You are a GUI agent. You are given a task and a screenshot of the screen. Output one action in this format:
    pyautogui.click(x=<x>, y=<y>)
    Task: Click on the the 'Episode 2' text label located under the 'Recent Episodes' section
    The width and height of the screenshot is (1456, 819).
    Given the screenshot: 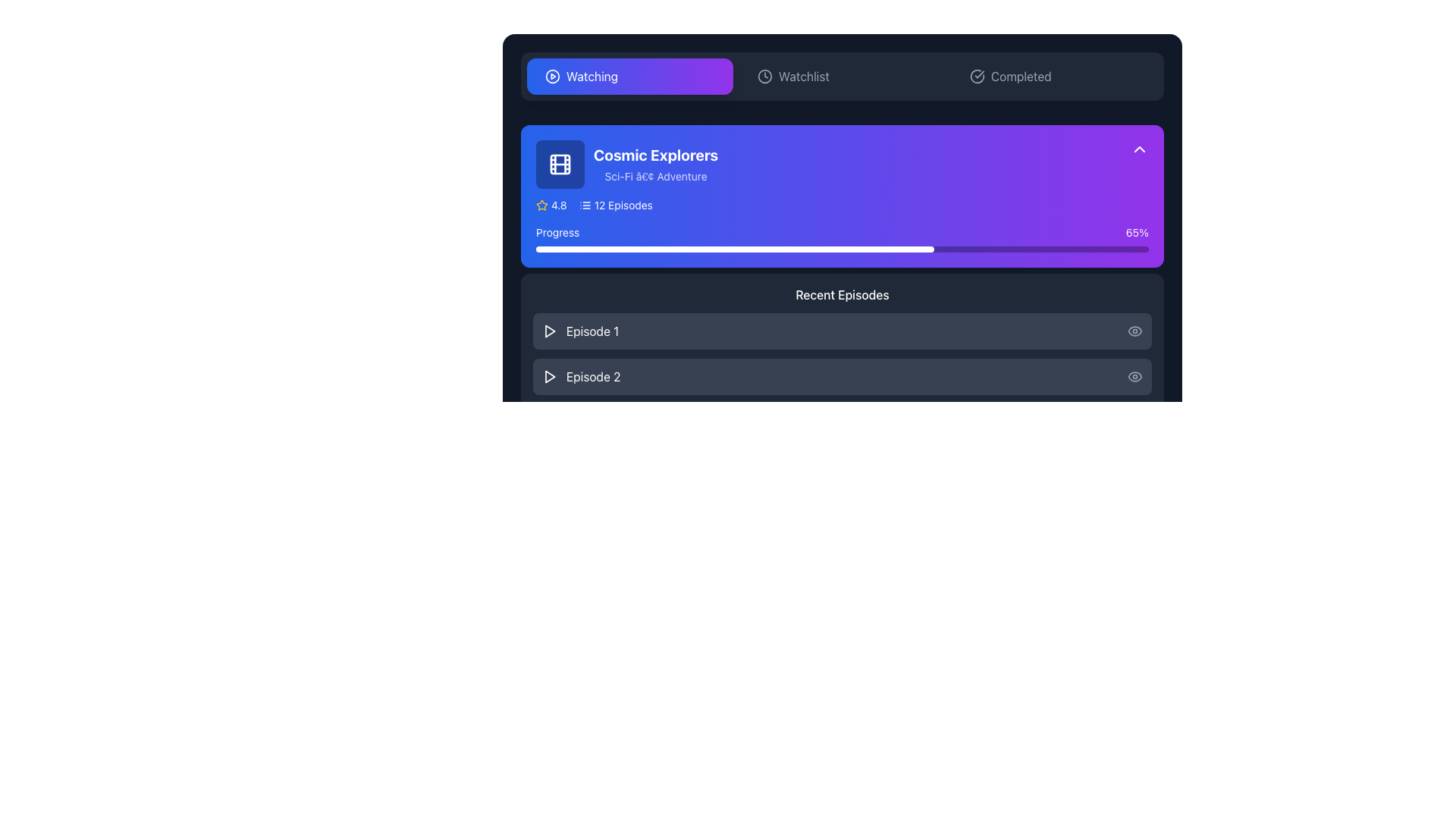 What is the action you would take?
    pyautogui.click(x=580, y=376)
    